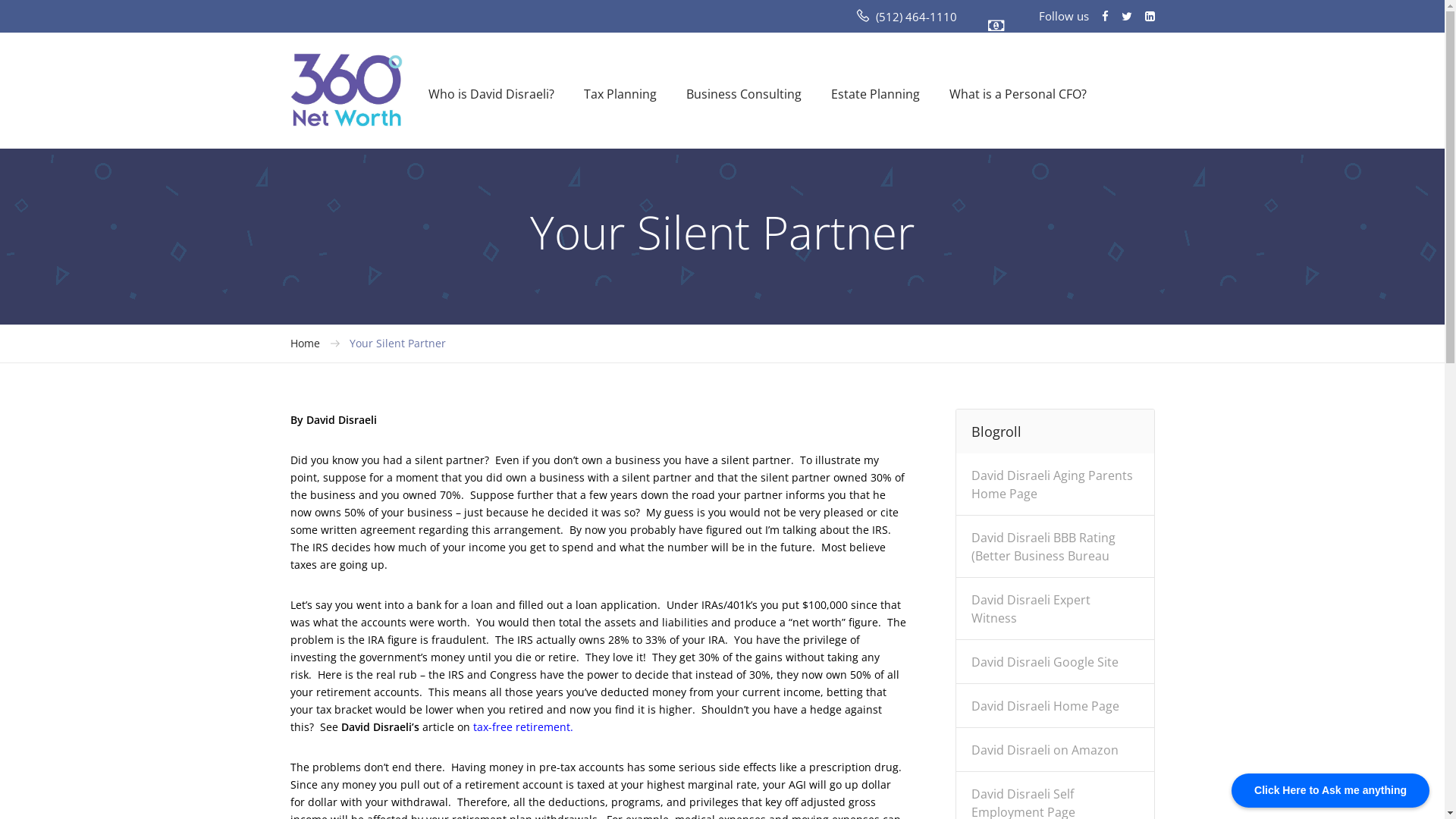 Image resolution: width=1456 pixels, height=819 pixels. What do you see at coordinates (1051, 490) in the screenshot?
I see `'David Disraeli Aging Parents Home Page'` at bounding box center [1051, 490].